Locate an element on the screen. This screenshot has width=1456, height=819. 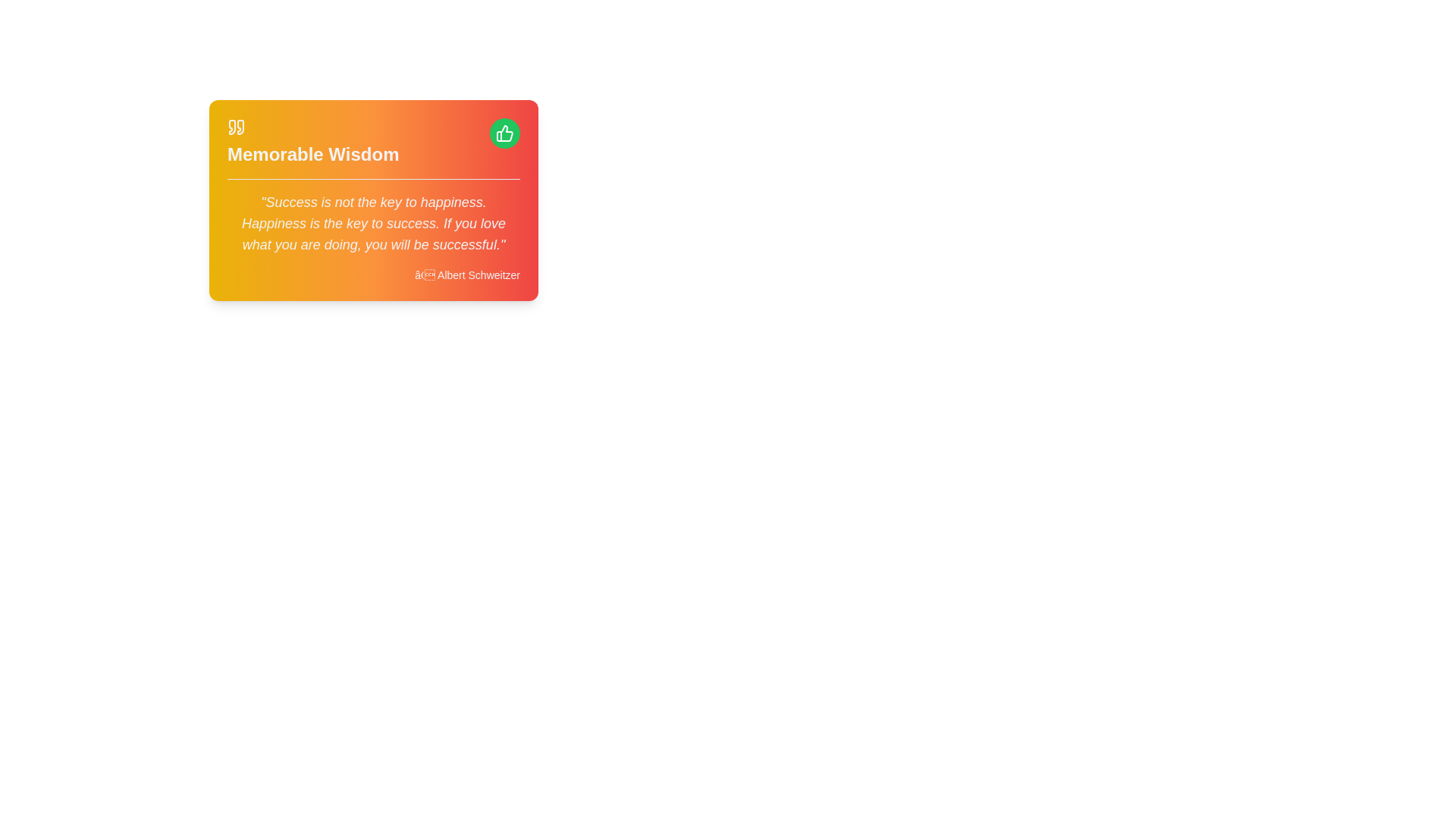
the right-side quotation mark component of the SVG icon located in the top-left icon area of the colorful card near the heading 'Memorable Wisdom' is located at coordinates (240, 127).